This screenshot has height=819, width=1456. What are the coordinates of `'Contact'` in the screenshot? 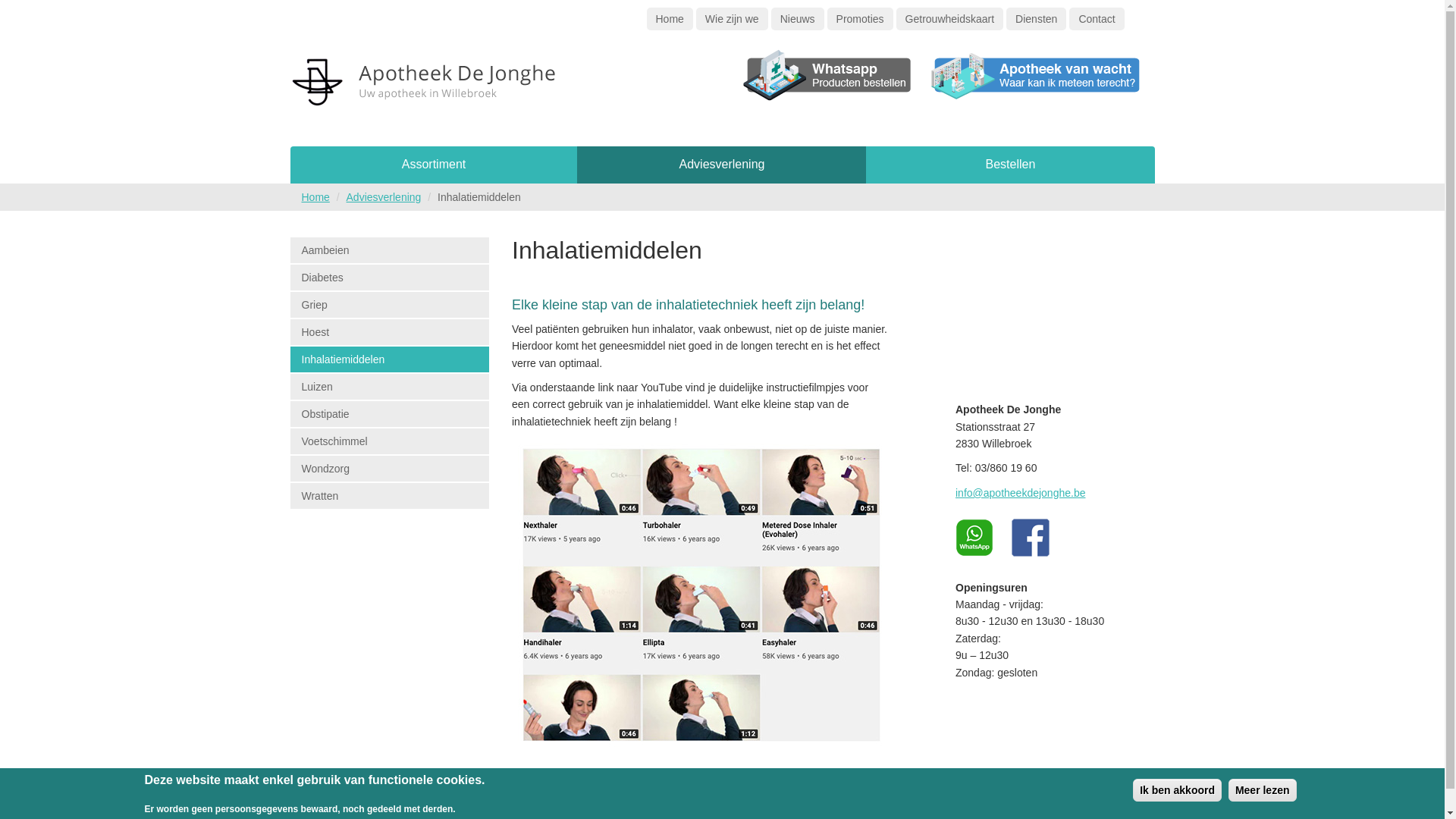 It's located at (1096, 18).